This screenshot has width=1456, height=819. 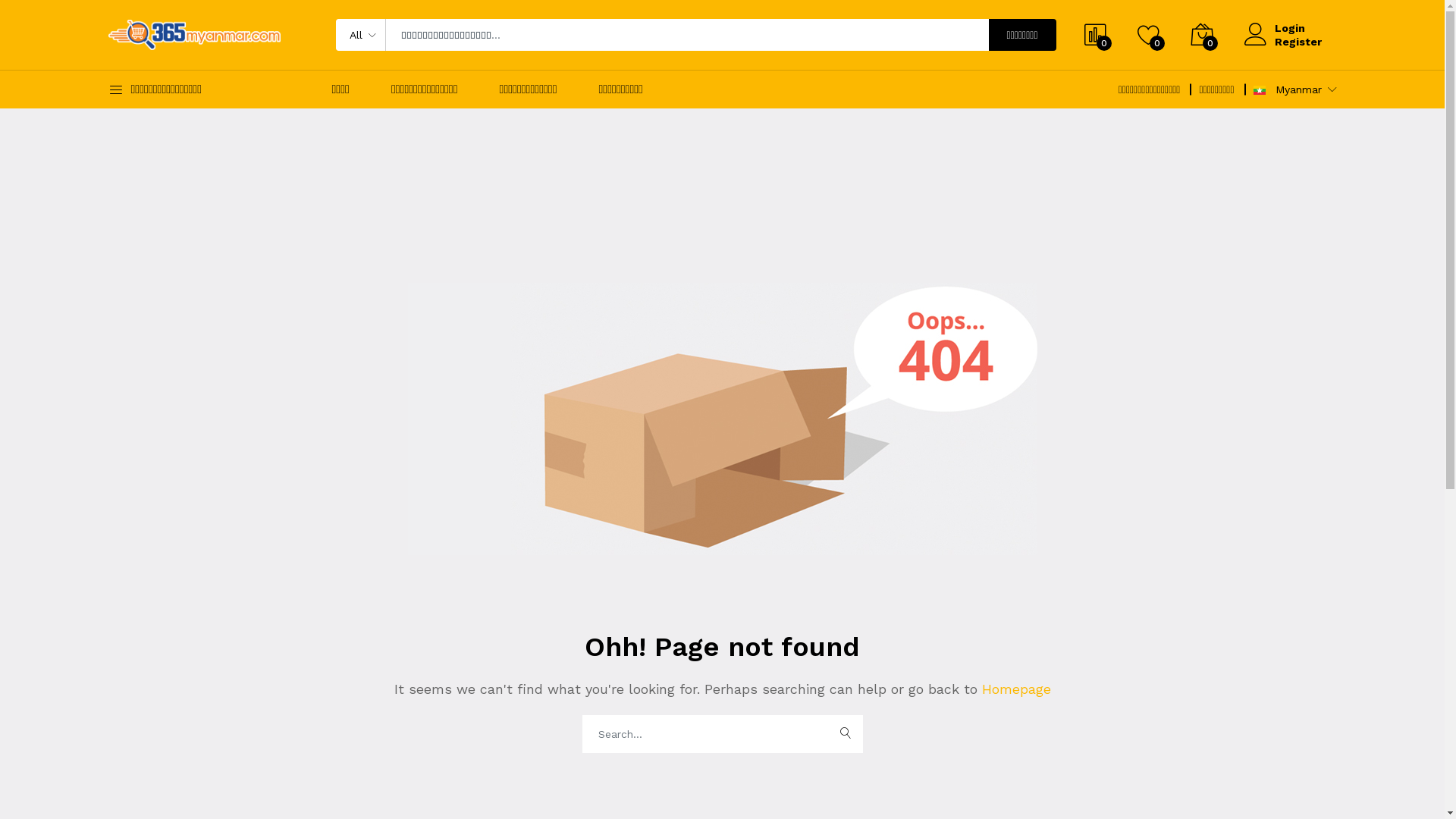 I want to click on 'Homepage', so click(x=1013, y=689).